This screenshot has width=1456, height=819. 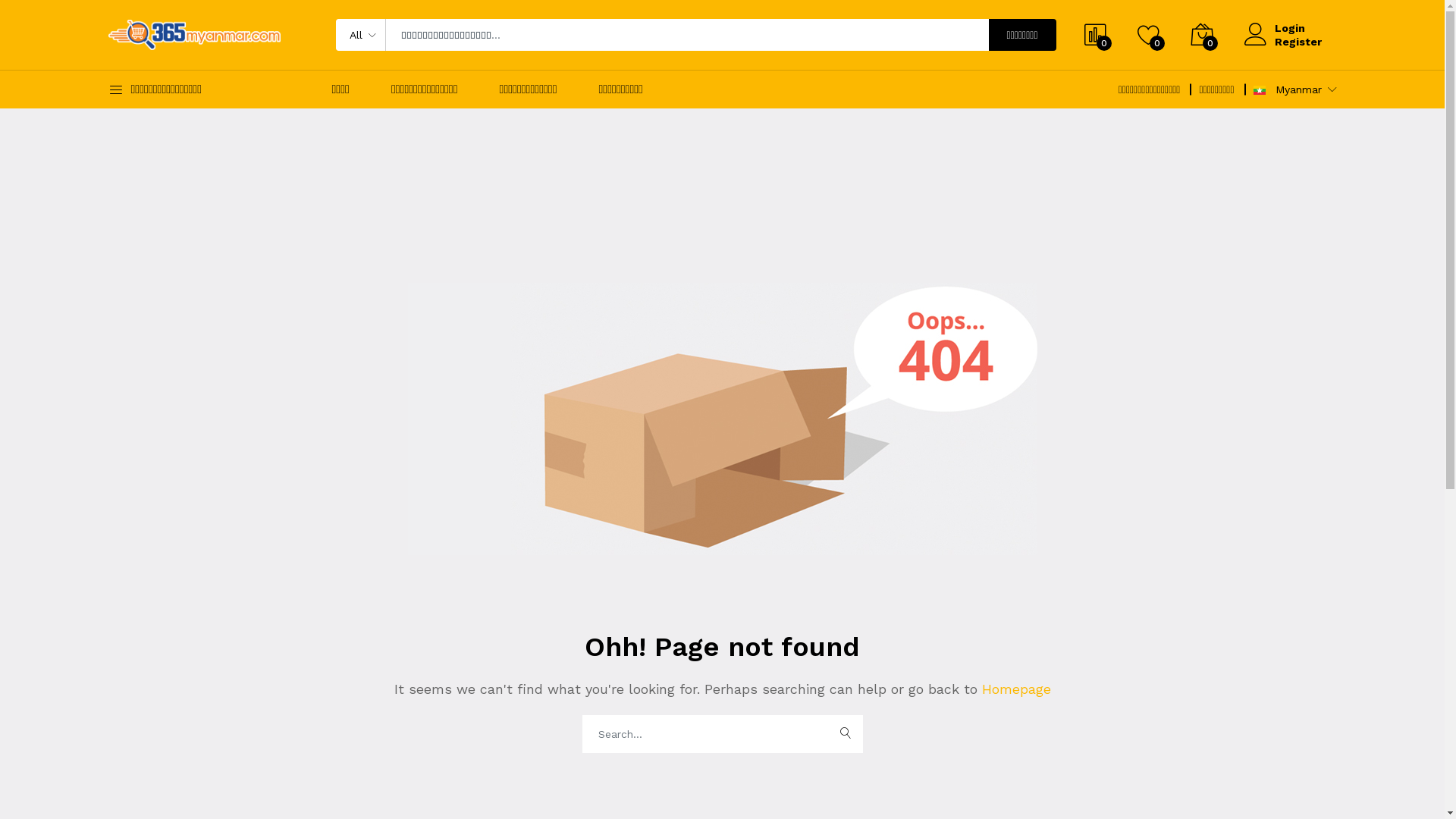 I want to click on 'Homepage', so click(x=1013, y=689).